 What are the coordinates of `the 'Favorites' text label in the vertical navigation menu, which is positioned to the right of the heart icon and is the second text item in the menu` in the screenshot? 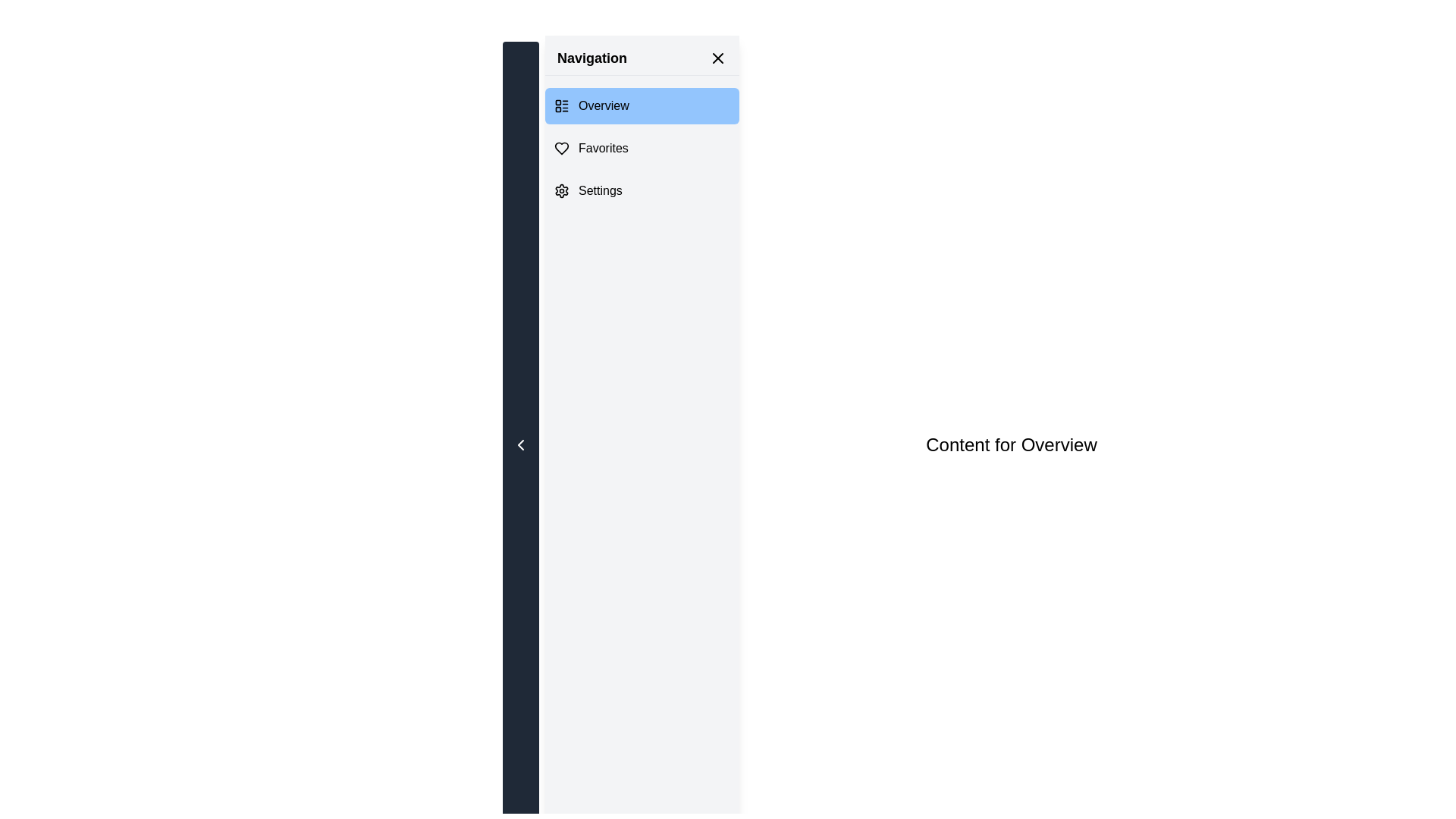 It's located at (602, 149).